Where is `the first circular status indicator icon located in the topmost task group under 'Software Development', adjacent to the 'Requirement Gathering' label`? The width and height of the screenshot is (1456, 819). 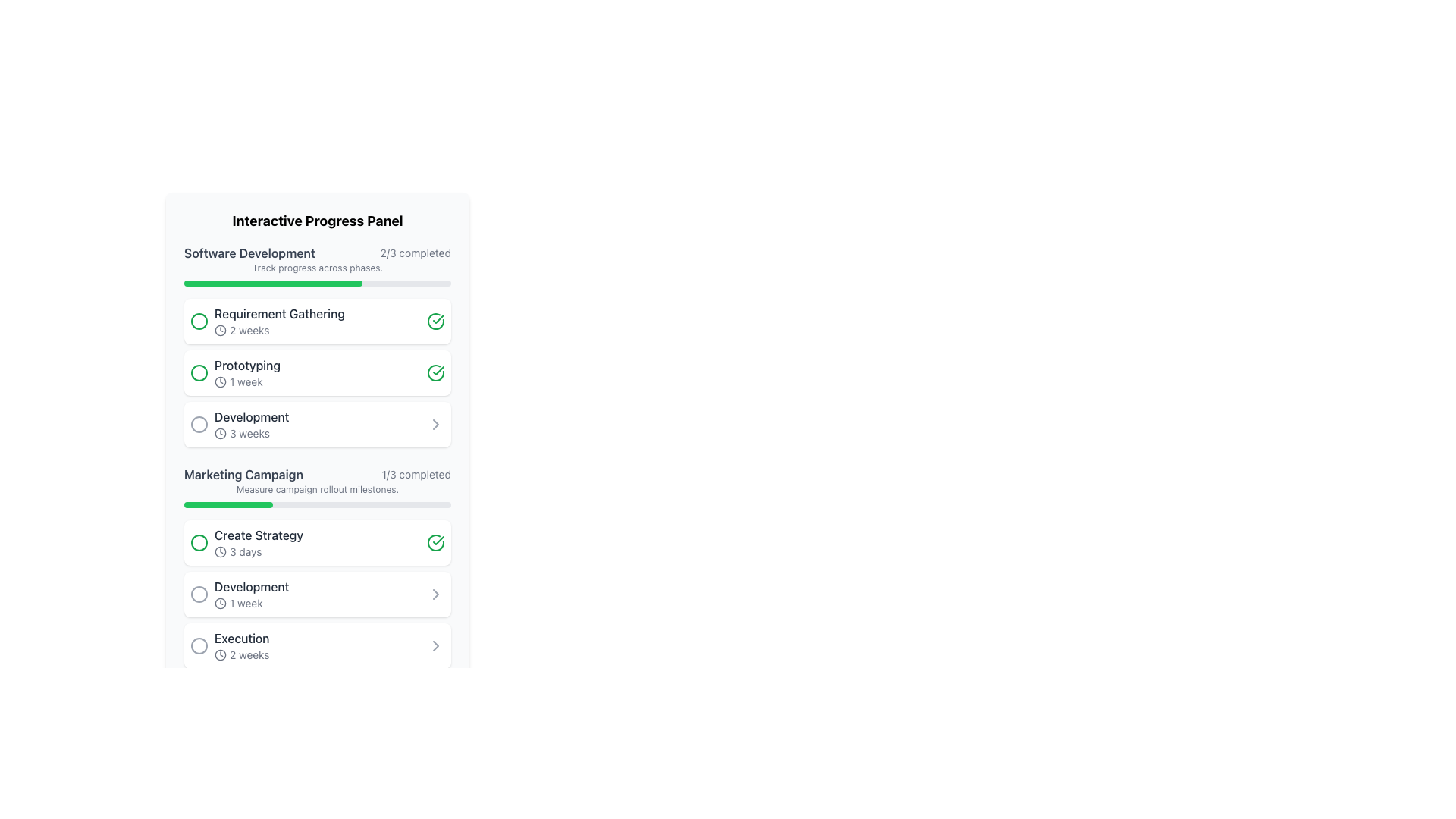 the first circular status indicator icon located in the topmost task group under 'Software Development', adjacent to the 'Requirement Gathering' label is located at coordinates (199, 321).